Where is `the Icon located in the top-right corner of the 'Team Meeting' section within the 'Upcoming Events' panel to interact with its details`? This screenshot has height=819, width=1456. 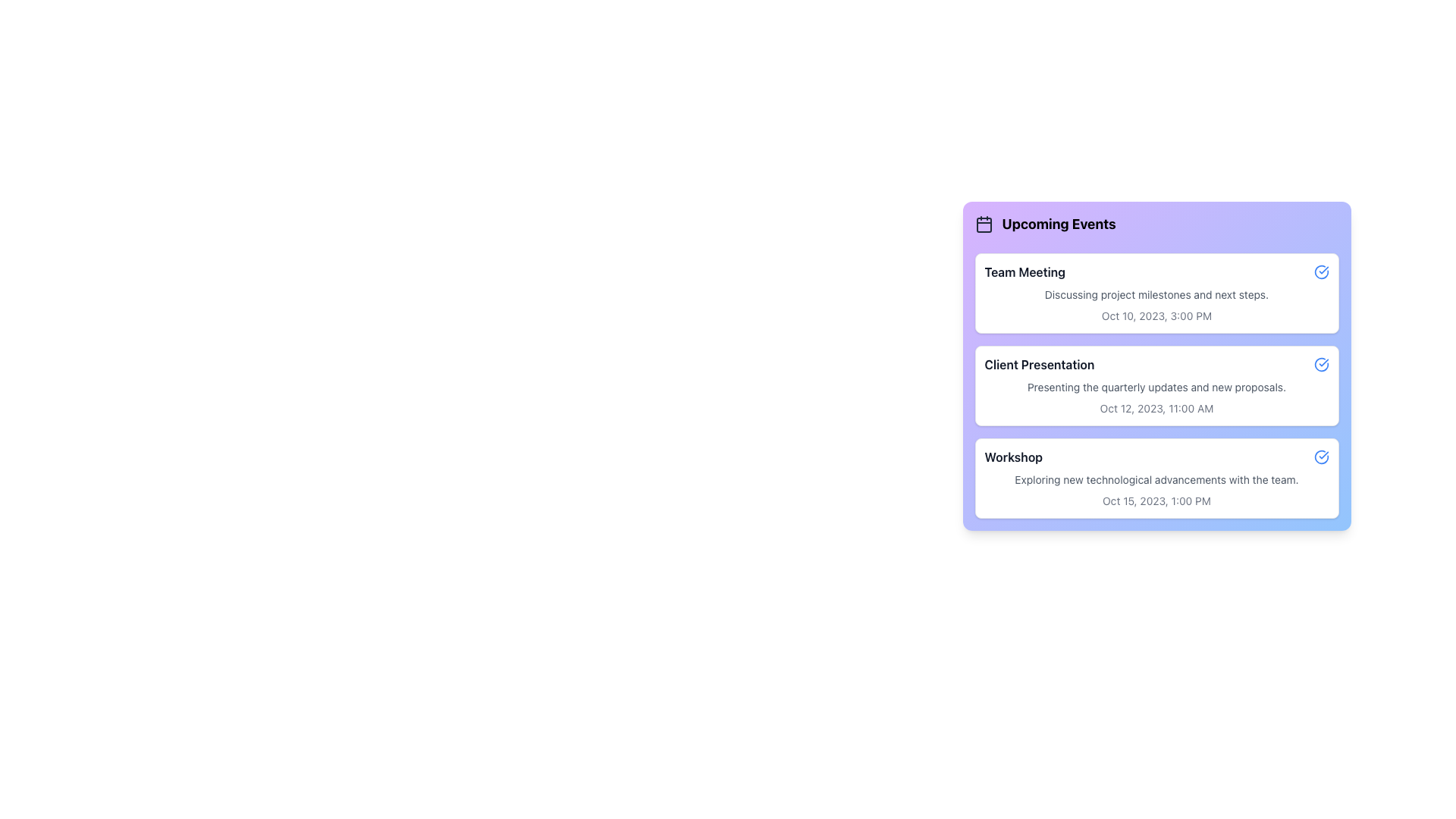
the Icon located in the top-right corner of the 'Team Meeting' section within the 'Upcoming Events' panel to interact with its details is located at coordinates (1320, 271).